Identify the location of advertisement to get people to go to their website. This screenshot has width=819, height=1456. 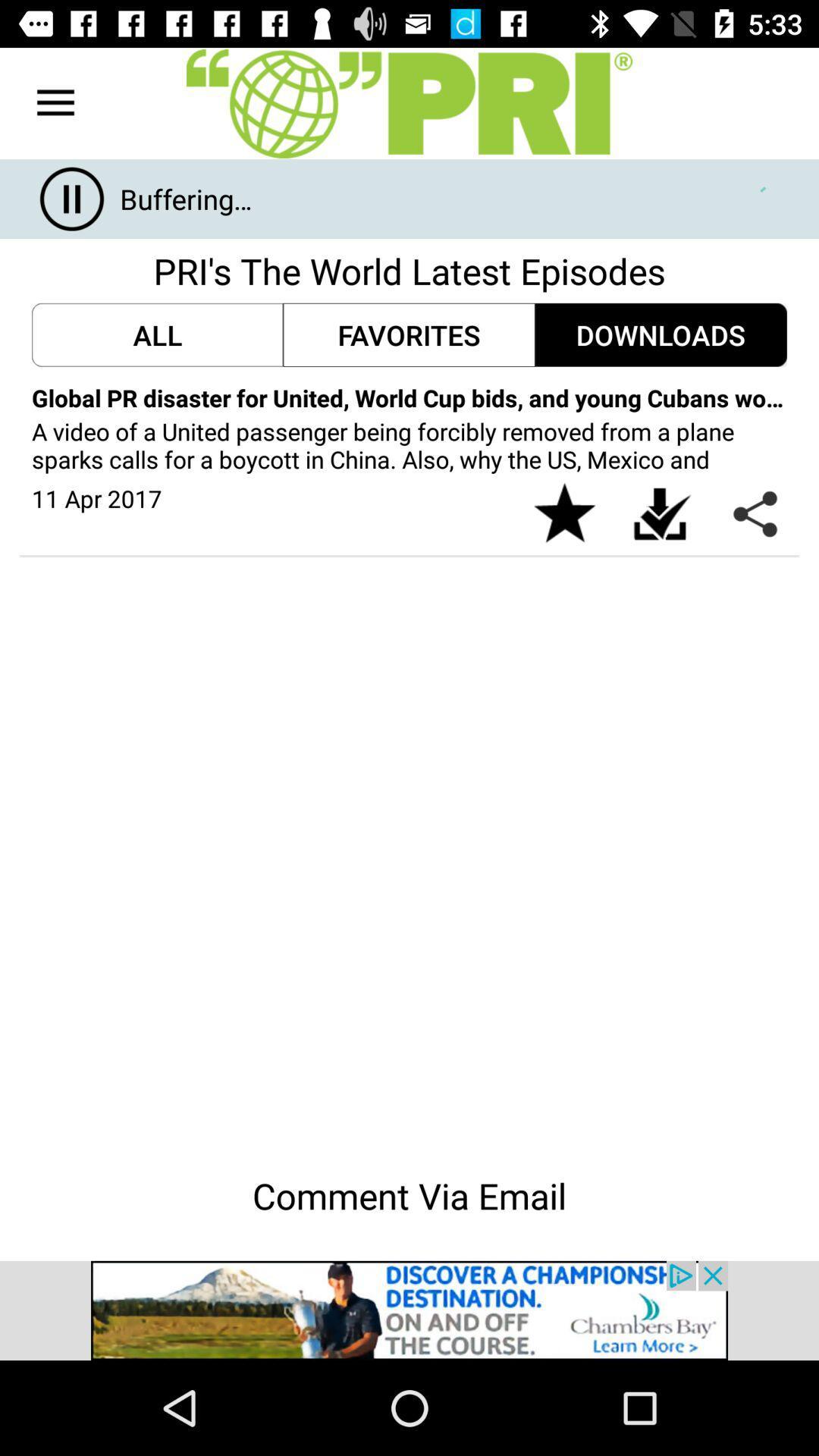
(409, 1310).